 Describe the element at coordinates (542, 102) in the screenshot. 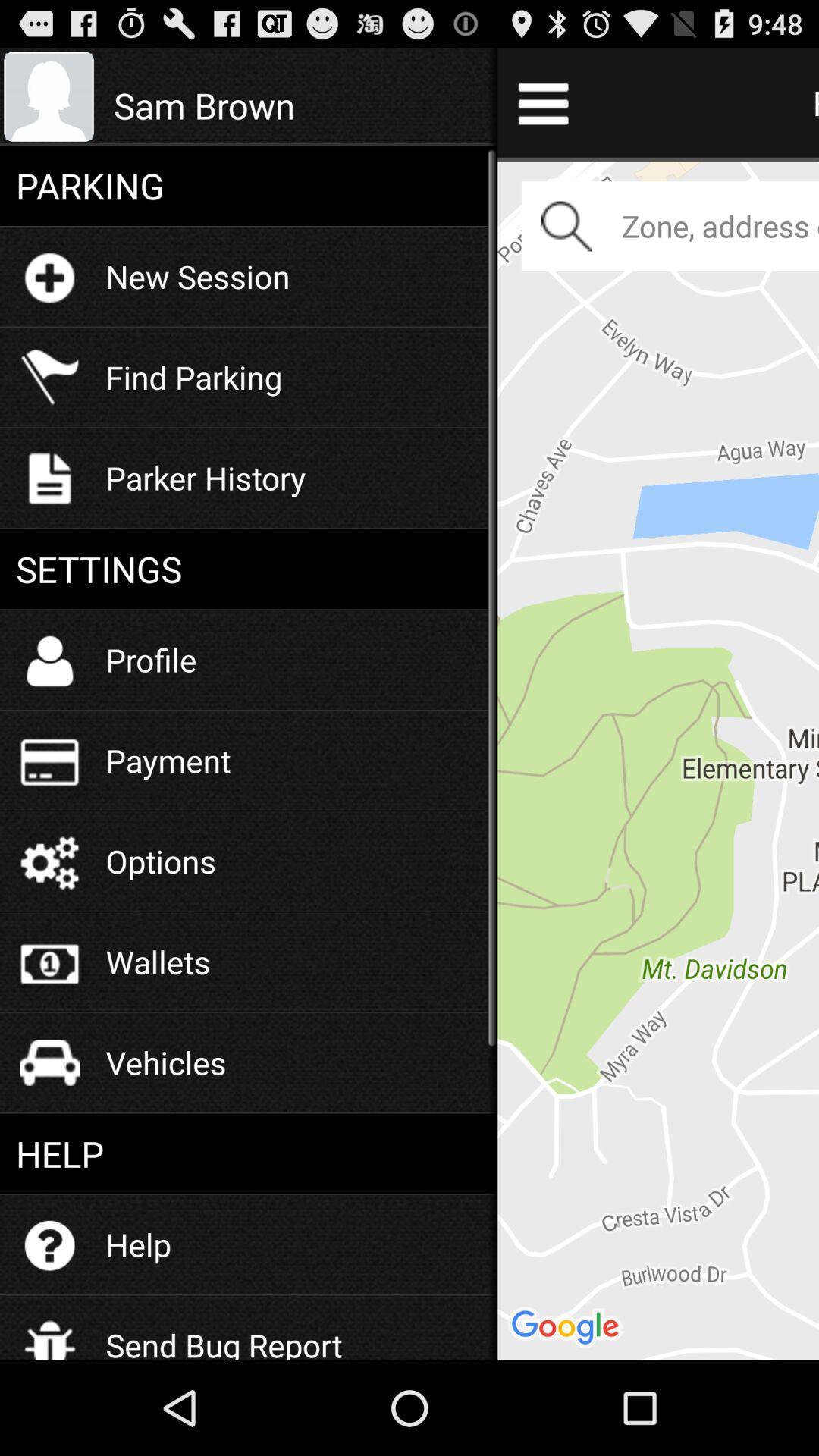

I see `menu bar icon` at that location.